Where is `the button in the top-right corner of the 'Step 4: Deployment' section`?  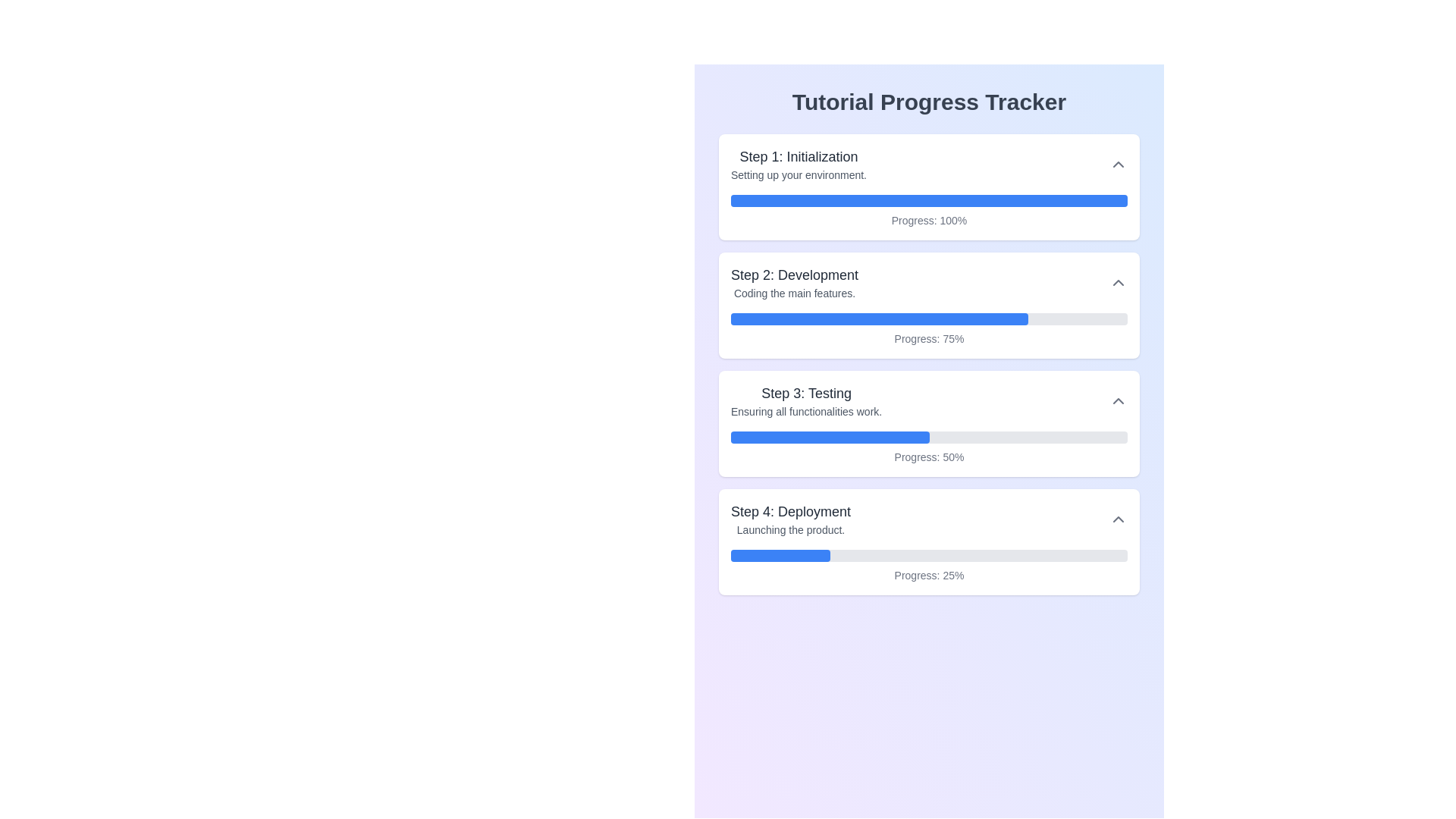
the button in the top-right corner of the 'Step 4: Deployment' section is located at coordinates (1118, 519).